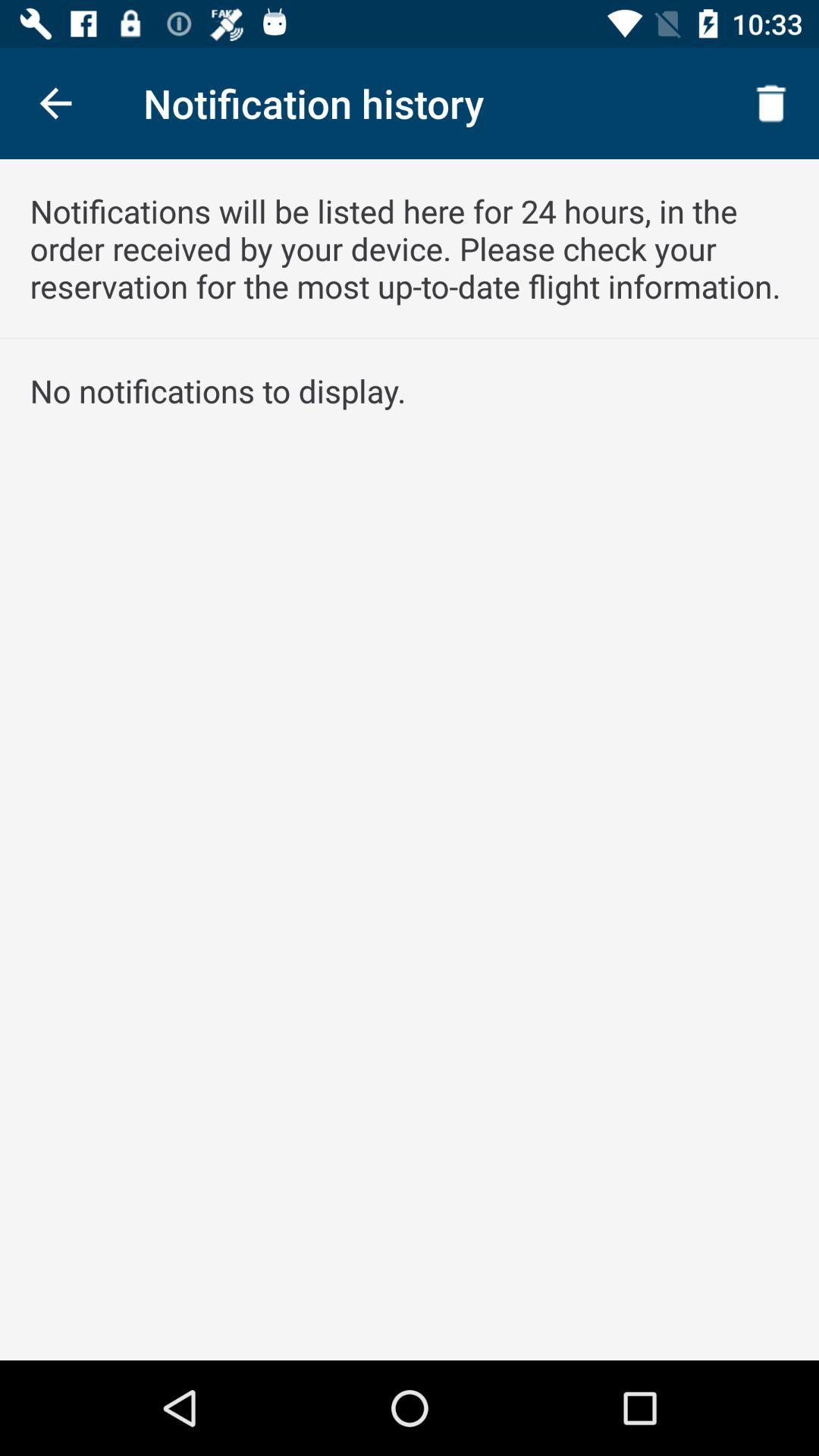  Describe the element at coordinates (55, 102) in the screenshot. I see `the icon above notifications will be` at that location.